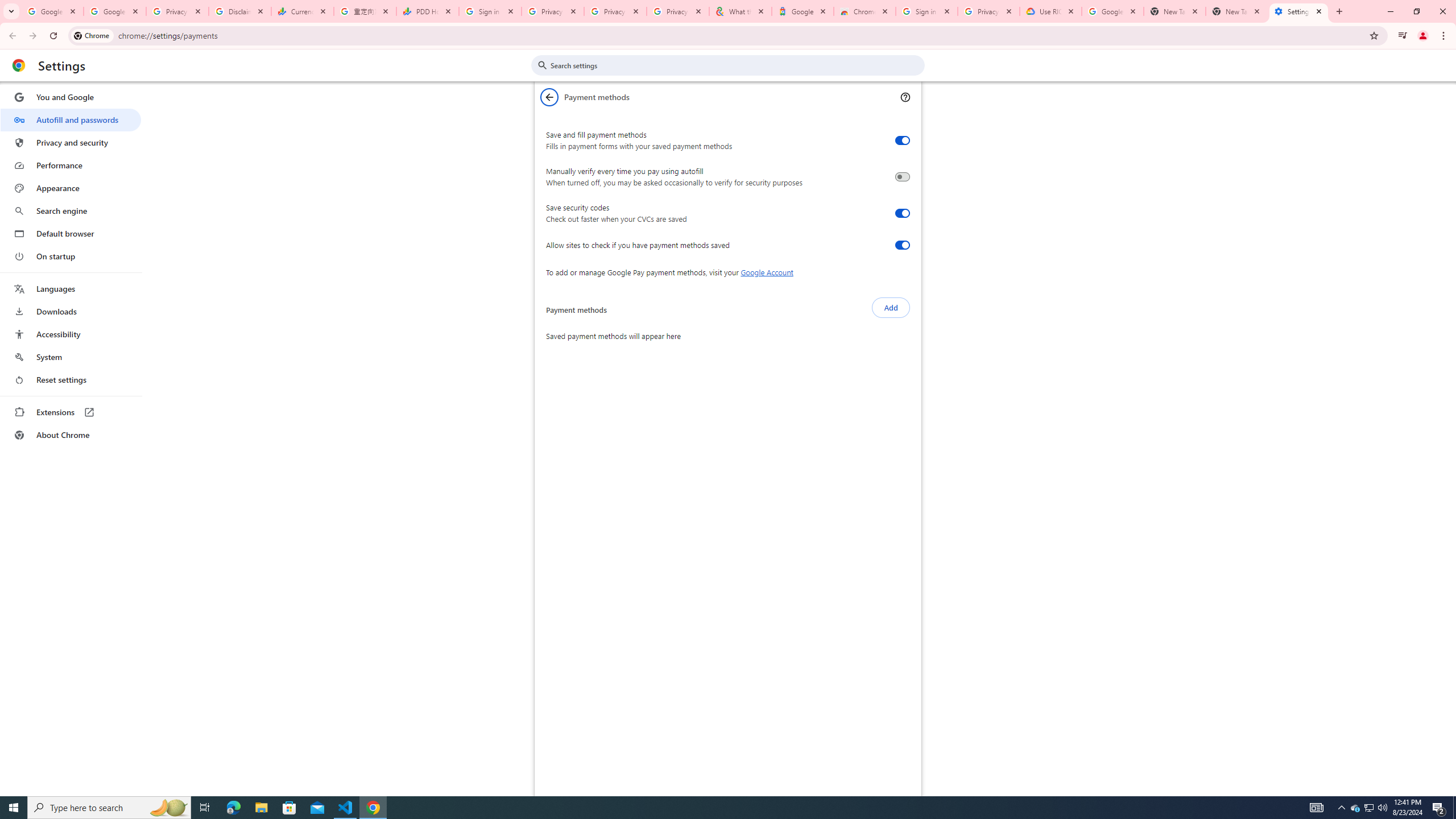 The width and height of the screenshot is (1456, 819). What do you see at coordinates (70, 188) in the screenshot?
I see `'Appearance'` at bounding box center [70, 188].